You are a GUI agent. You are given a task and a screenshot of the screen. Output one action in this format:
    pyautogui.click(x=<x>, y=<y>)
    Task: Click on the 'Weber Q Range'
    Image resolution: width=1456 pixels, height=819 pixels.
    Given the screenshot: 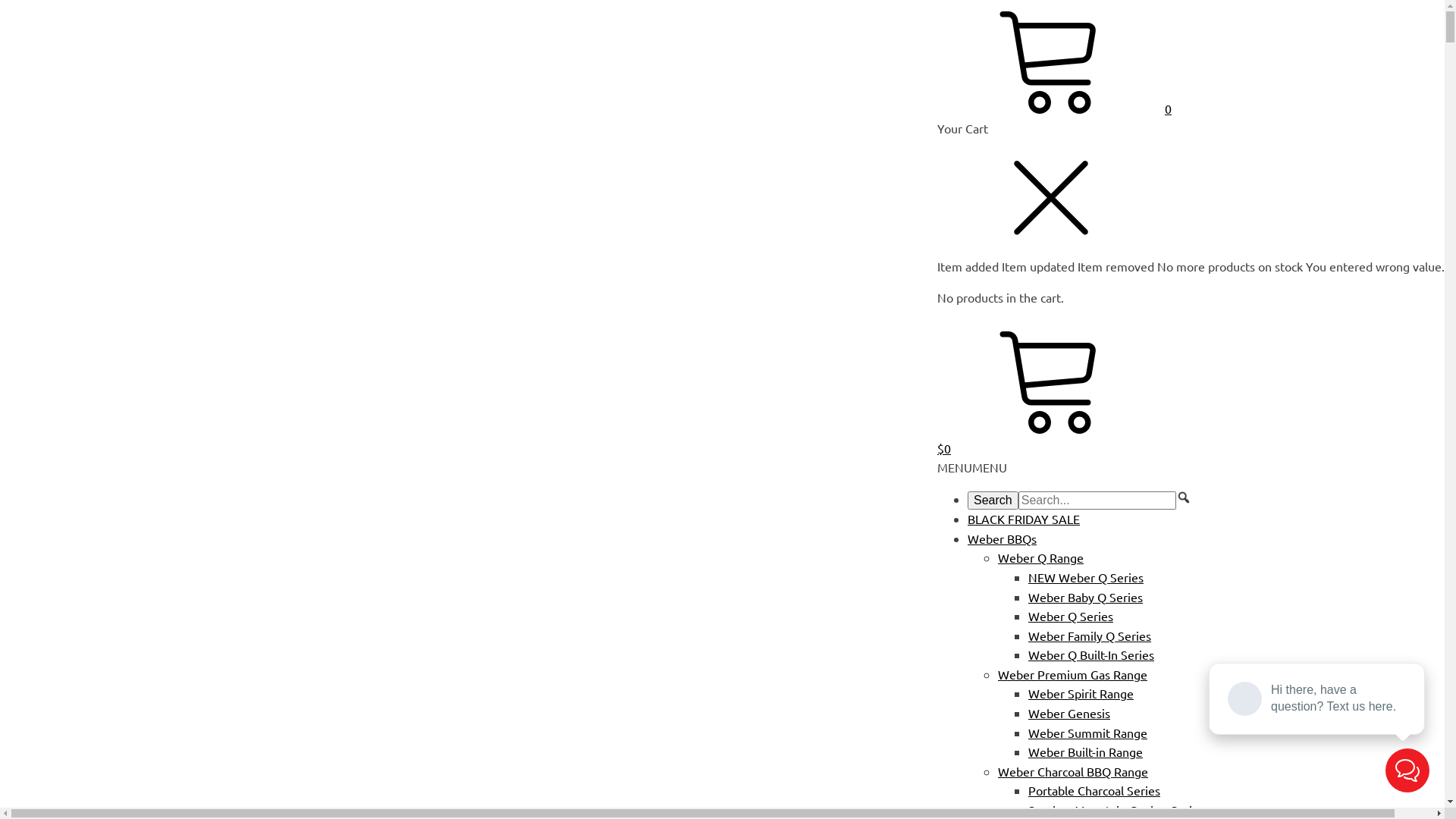 What is the action you would take?
    pyautogui.click(x=1040, y=557)
    